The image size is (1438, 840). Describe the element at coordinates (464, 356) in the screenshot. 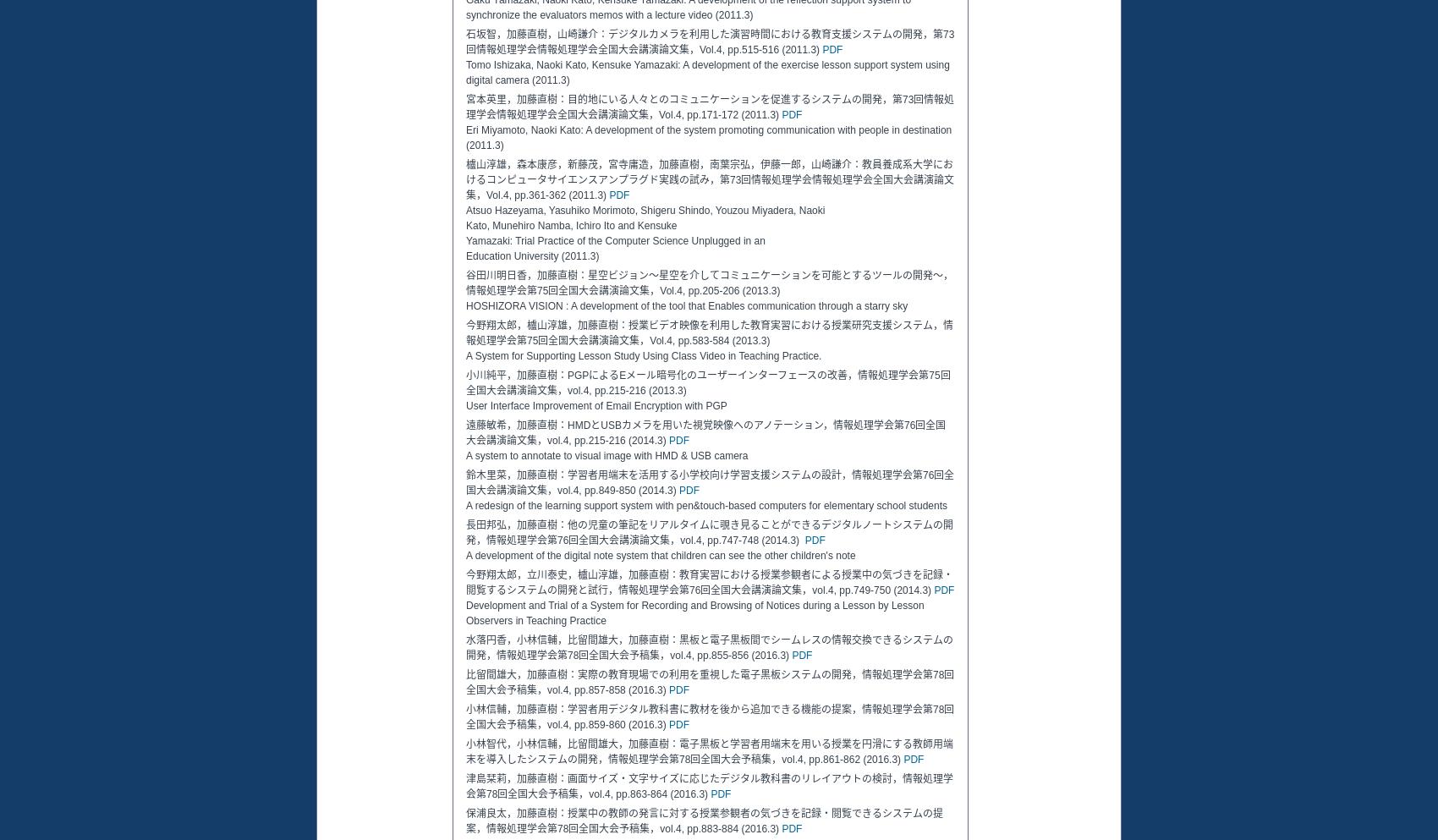

I see `'A System for Supporting Lesson Study Using Class Video in Teaching Practice.'` at that location.